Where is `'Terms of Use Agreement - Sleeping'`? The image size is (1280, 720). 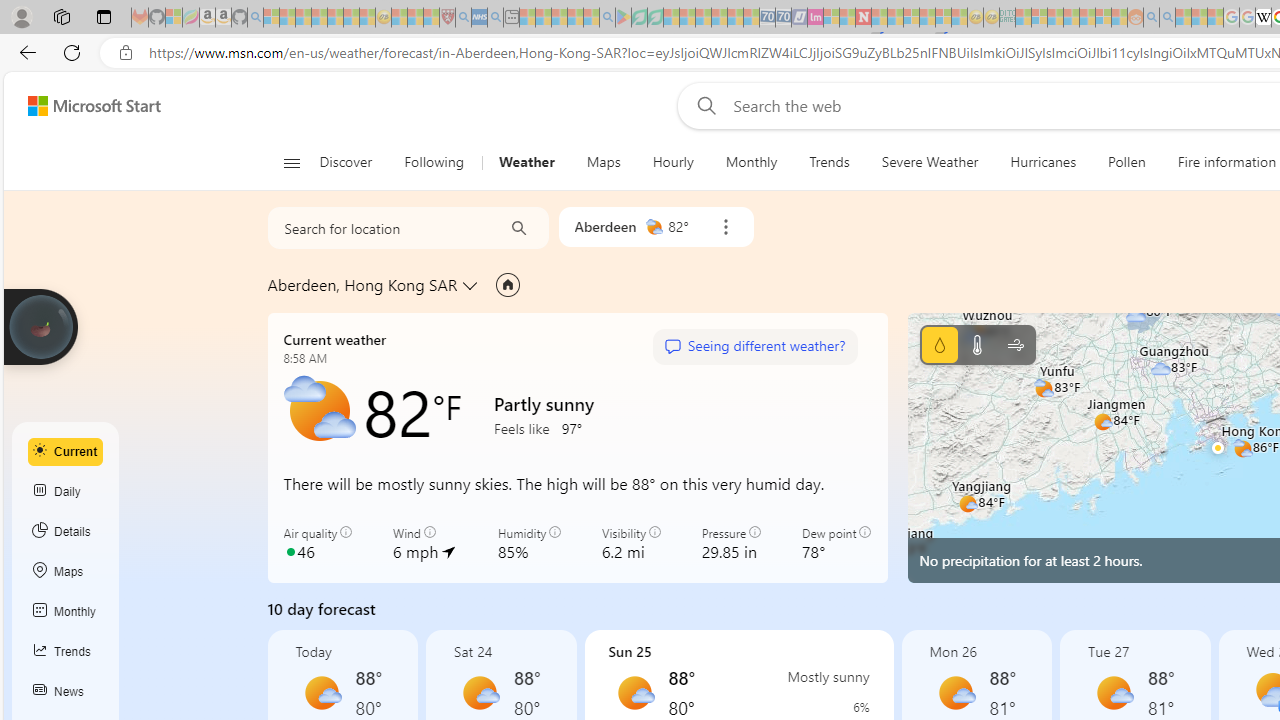 'Terms of Use Agreement - Sleeping' is located at coordinates (638, 17).